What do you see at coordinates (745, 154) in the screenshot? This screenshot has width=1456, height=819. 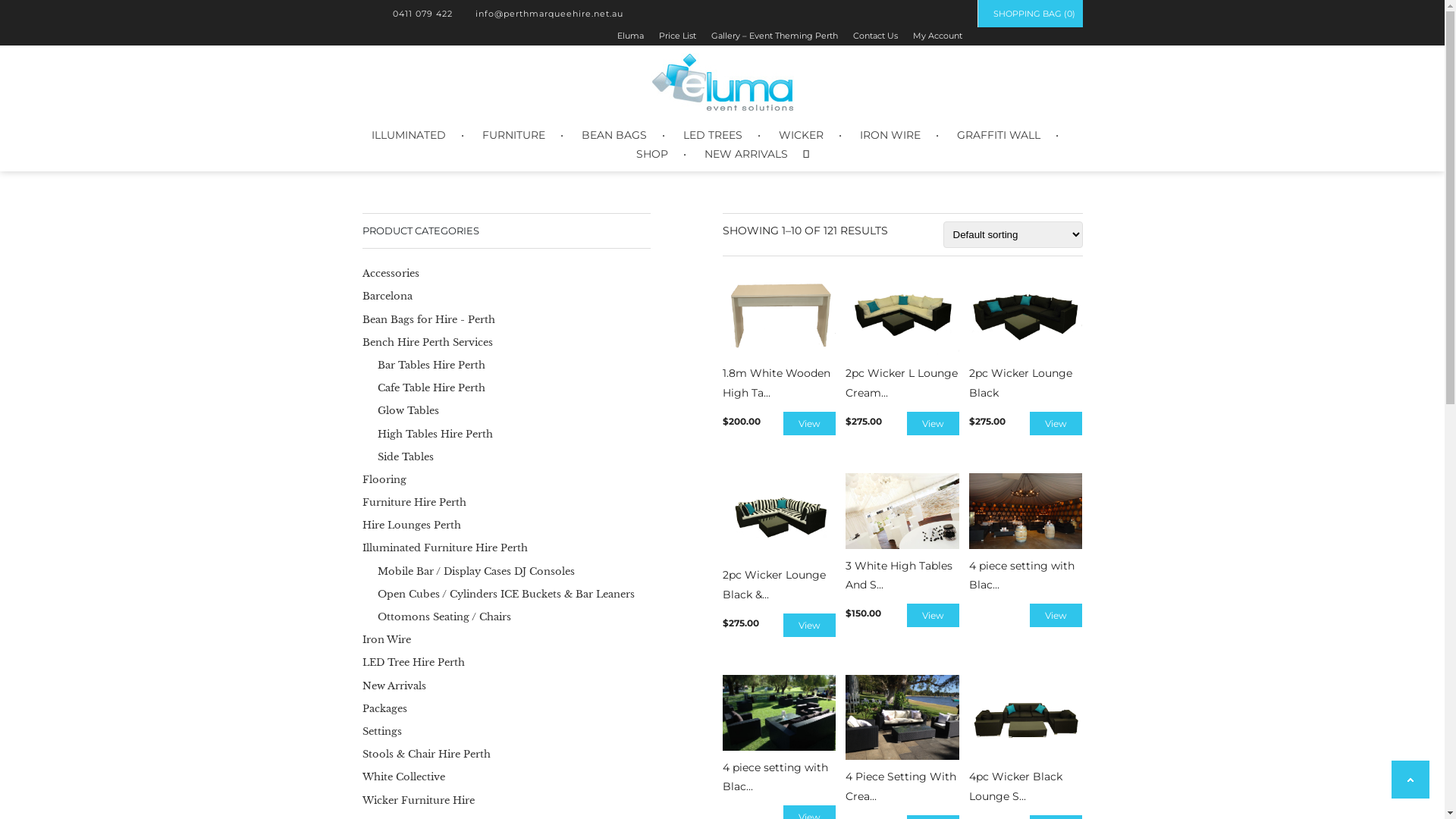 I see `'NEW ARRIVALS'` at bounding box center [745, 154].